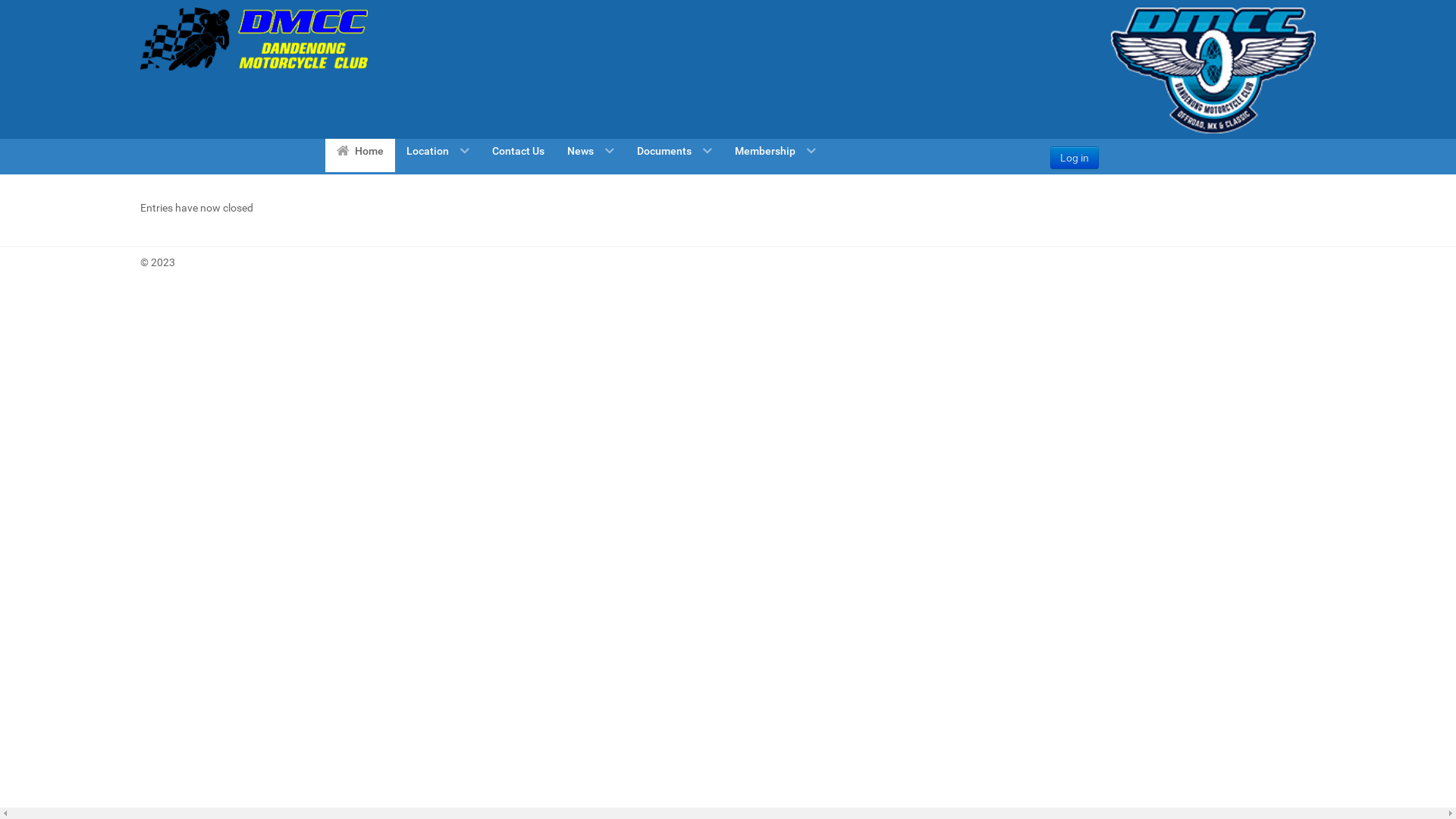 The width and height of the screenshot is (1456, 819). Describe the element at coordinates (589, 149) in the screenshot. I see `'News'` at that location.